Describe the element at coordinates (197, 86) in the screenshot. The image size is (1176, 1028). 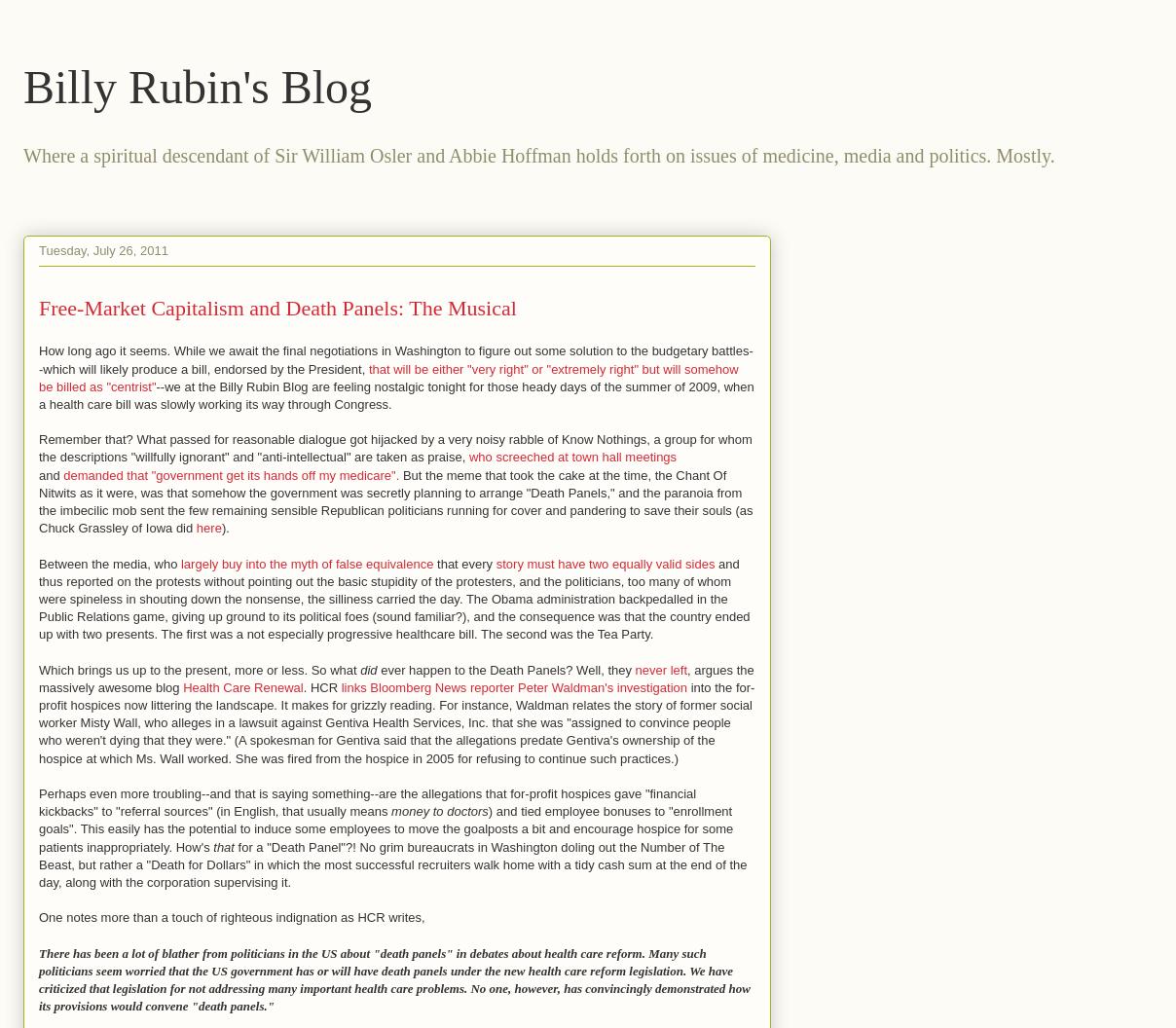
I see `'Billy Rubin's Blog'` at that location.